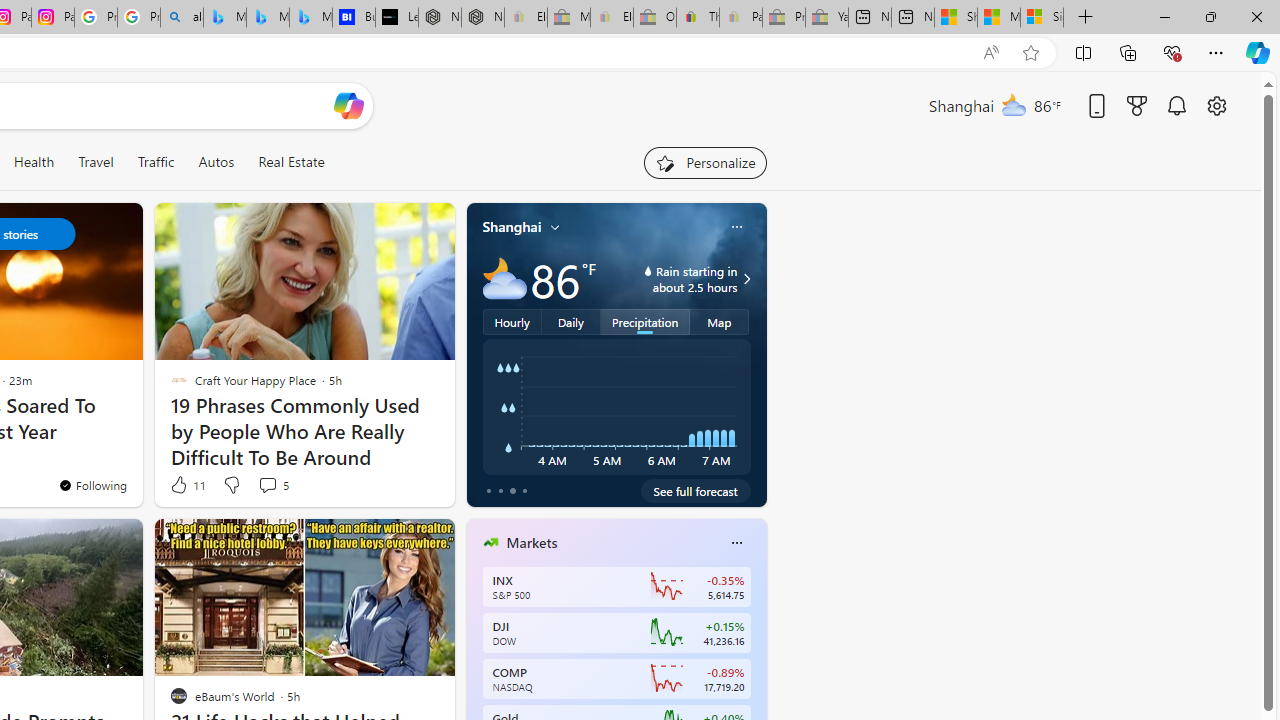 The image size is (1280, 720). I want to click on 'Autos', so click(216, 161).